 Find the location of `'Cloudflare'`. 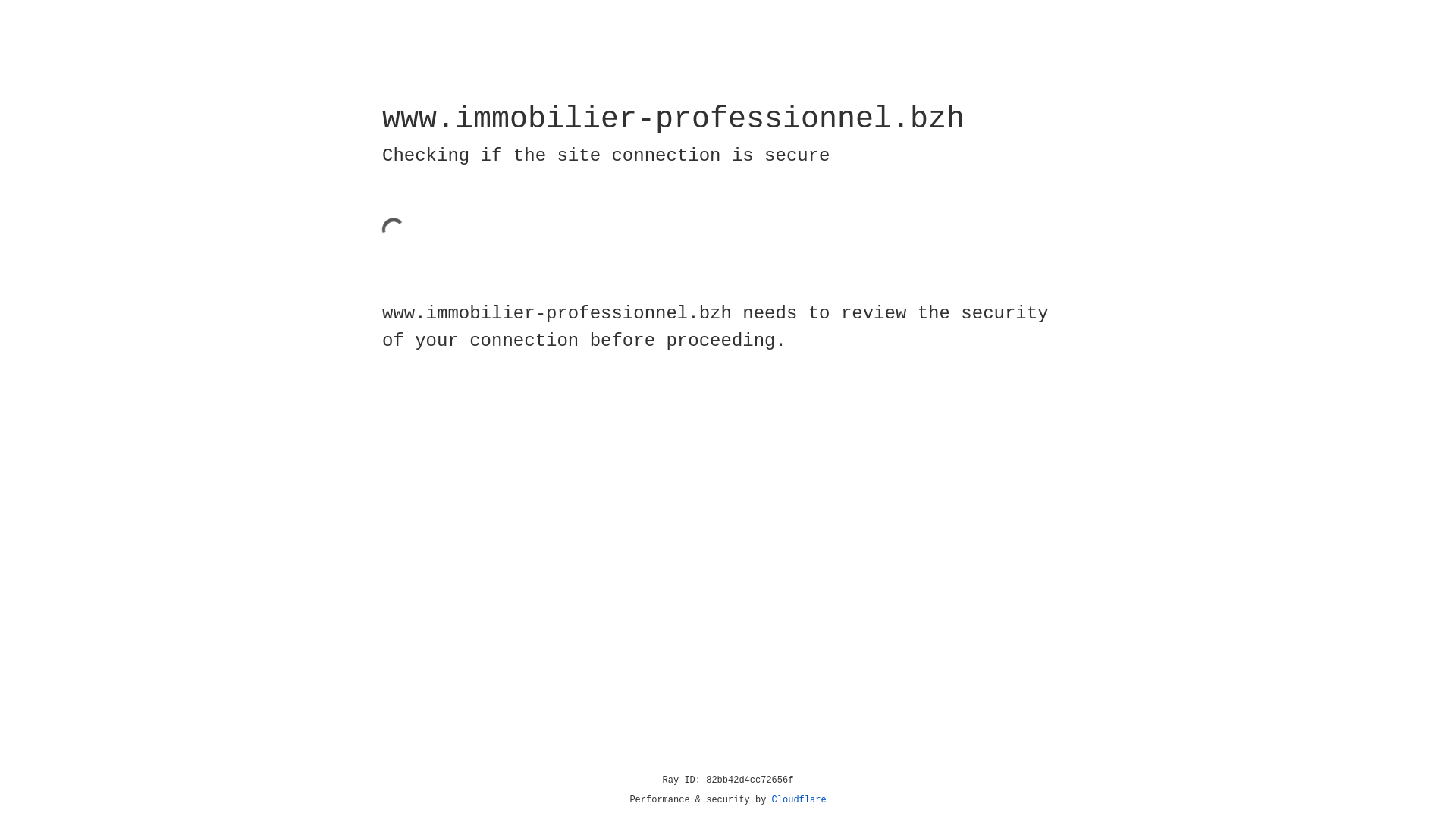

'Cloudflare' is located at coordinates (799, 799).